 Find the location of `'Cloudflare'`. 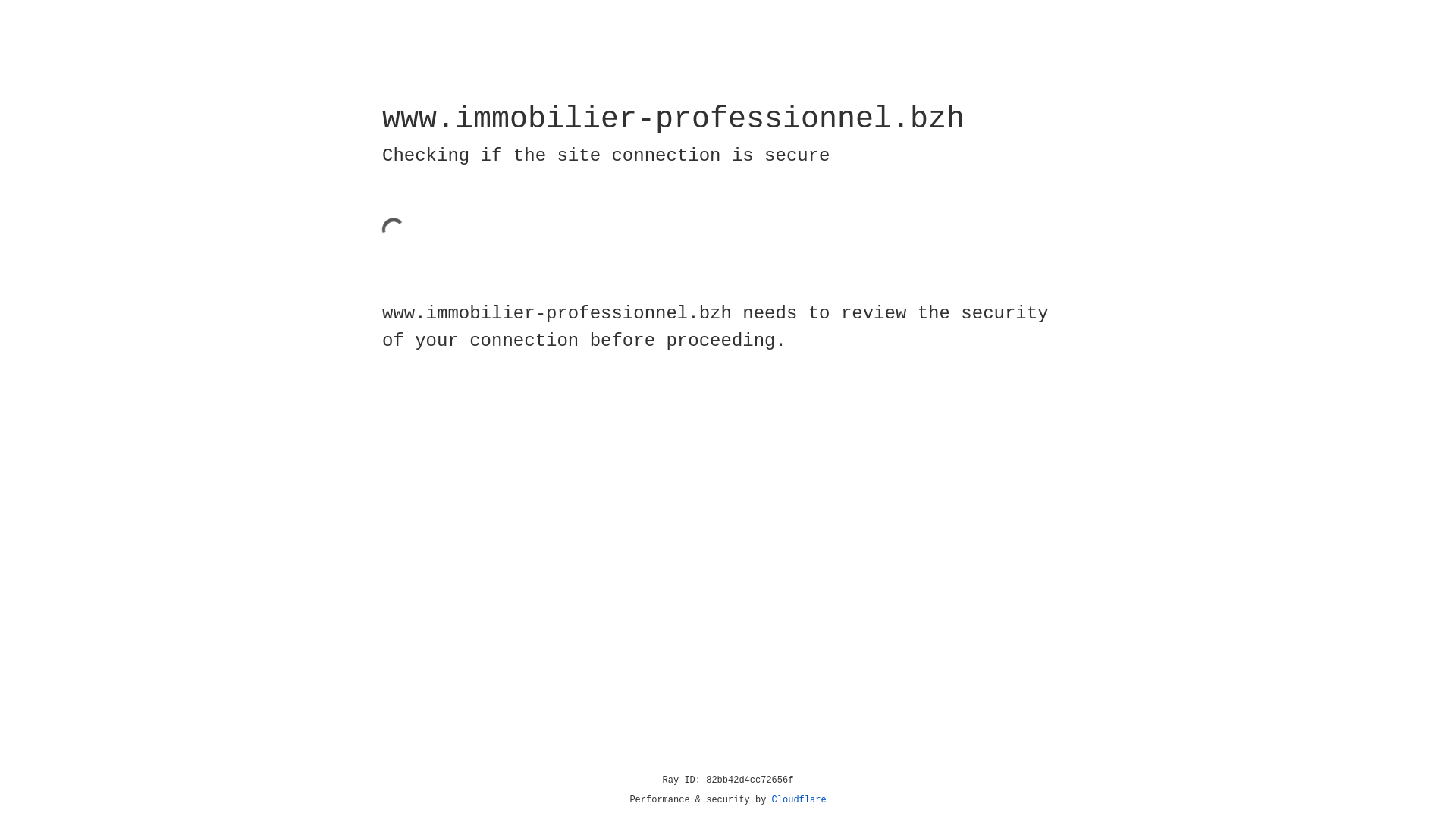

'Cloudflare' is located at coordinates (799, 799).